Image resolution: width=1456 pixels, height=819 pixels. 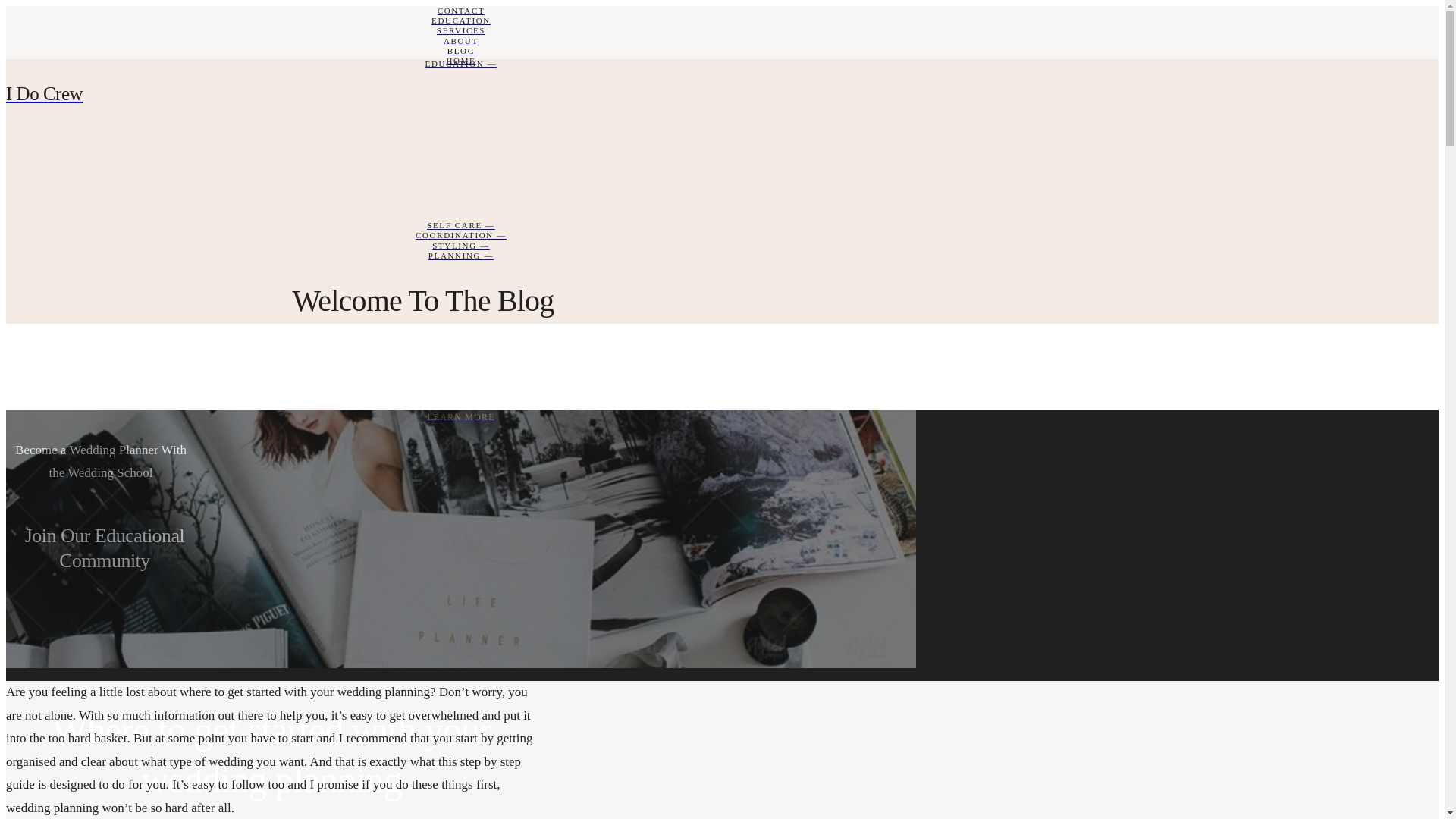 I want to click on 'EDUCATION', so click(x=460, y=20).